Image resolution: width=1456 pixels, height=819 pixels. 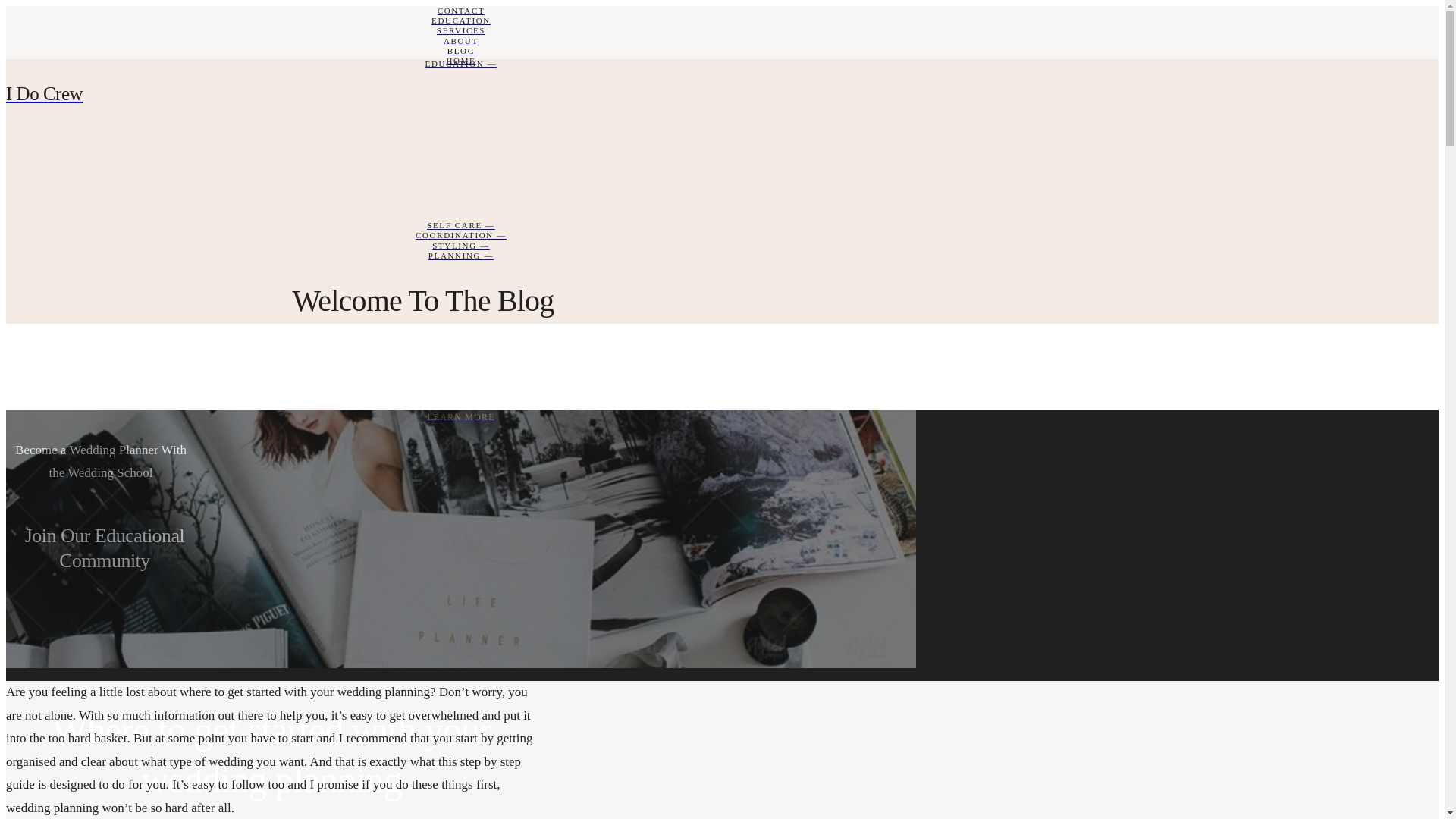 I want to click on 'EDUCATION', so click(x=460, y=20).